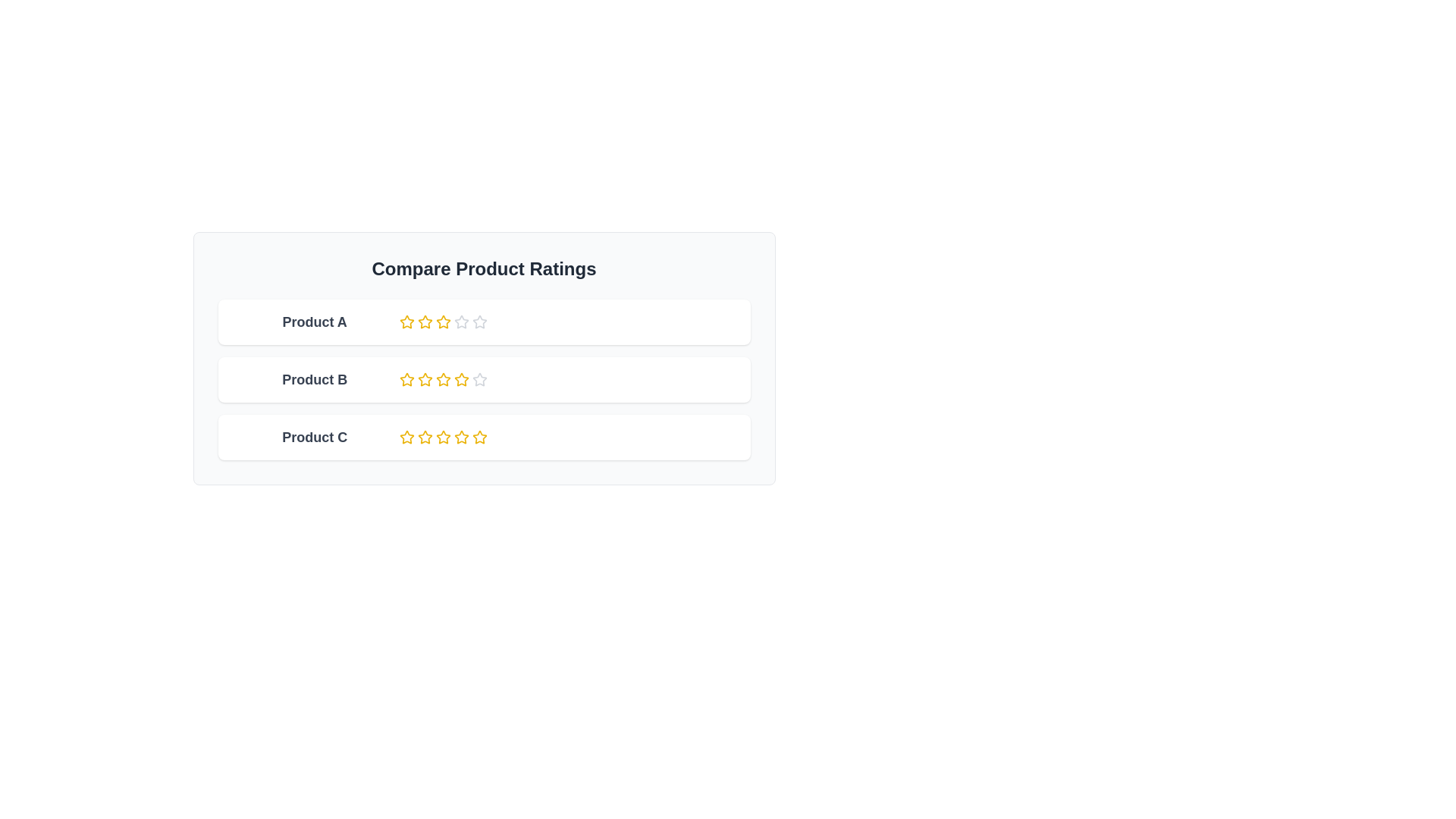 Image resolution: width=1456 pixels, height=819 pixels. Describe the element at coordinates (406, 321) in the screenshot. I see `the yellow star-shaped rating icon located in the first row under 'Product A', specifically the second star in the five-star rating section` at that location.